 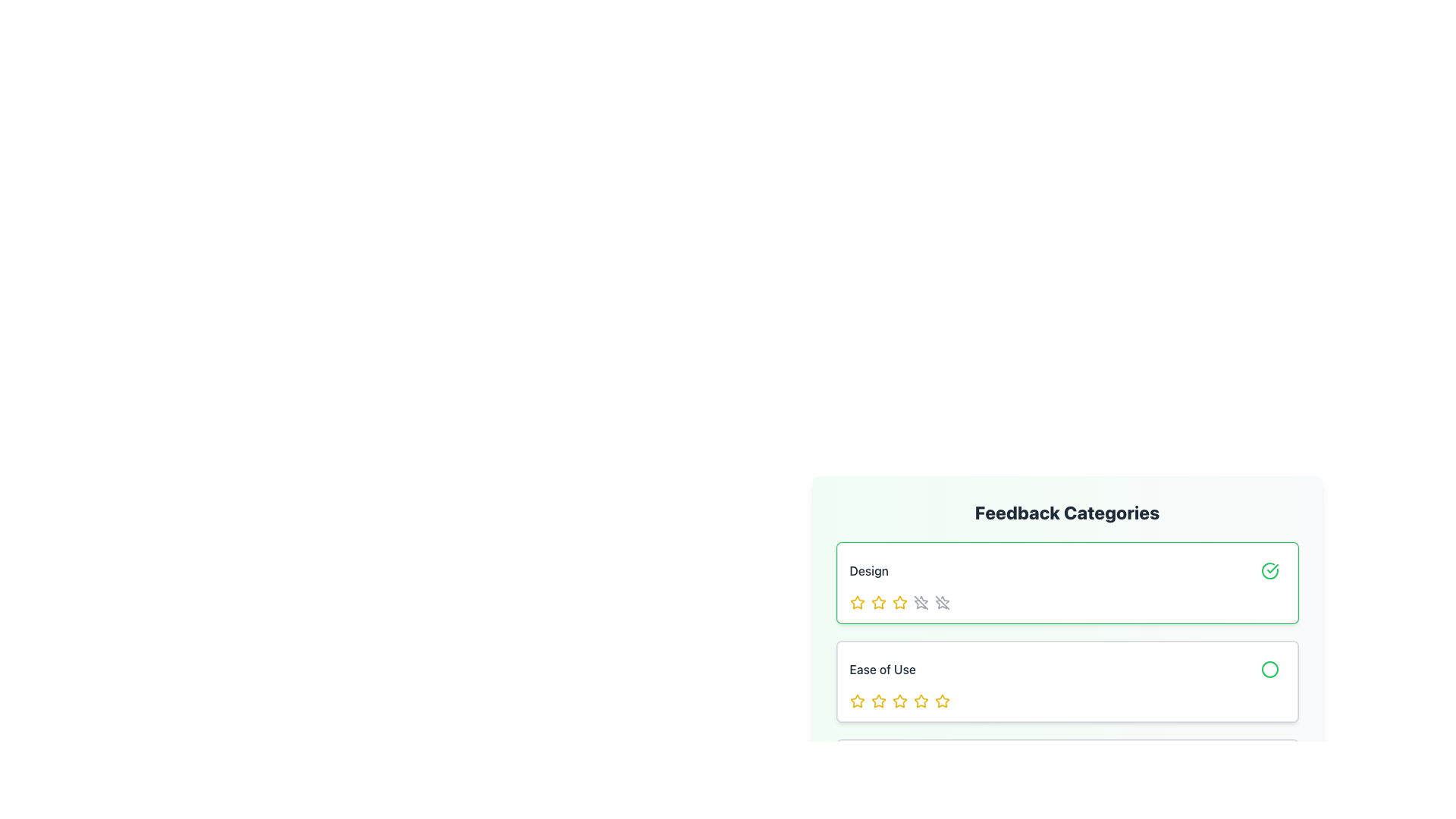 What do you see at coordinates (920, 701) in the screenshot?
I see `the third star in the second row of the star rating system under the 'Ease of Use' category` at bounding box center [920, 701].